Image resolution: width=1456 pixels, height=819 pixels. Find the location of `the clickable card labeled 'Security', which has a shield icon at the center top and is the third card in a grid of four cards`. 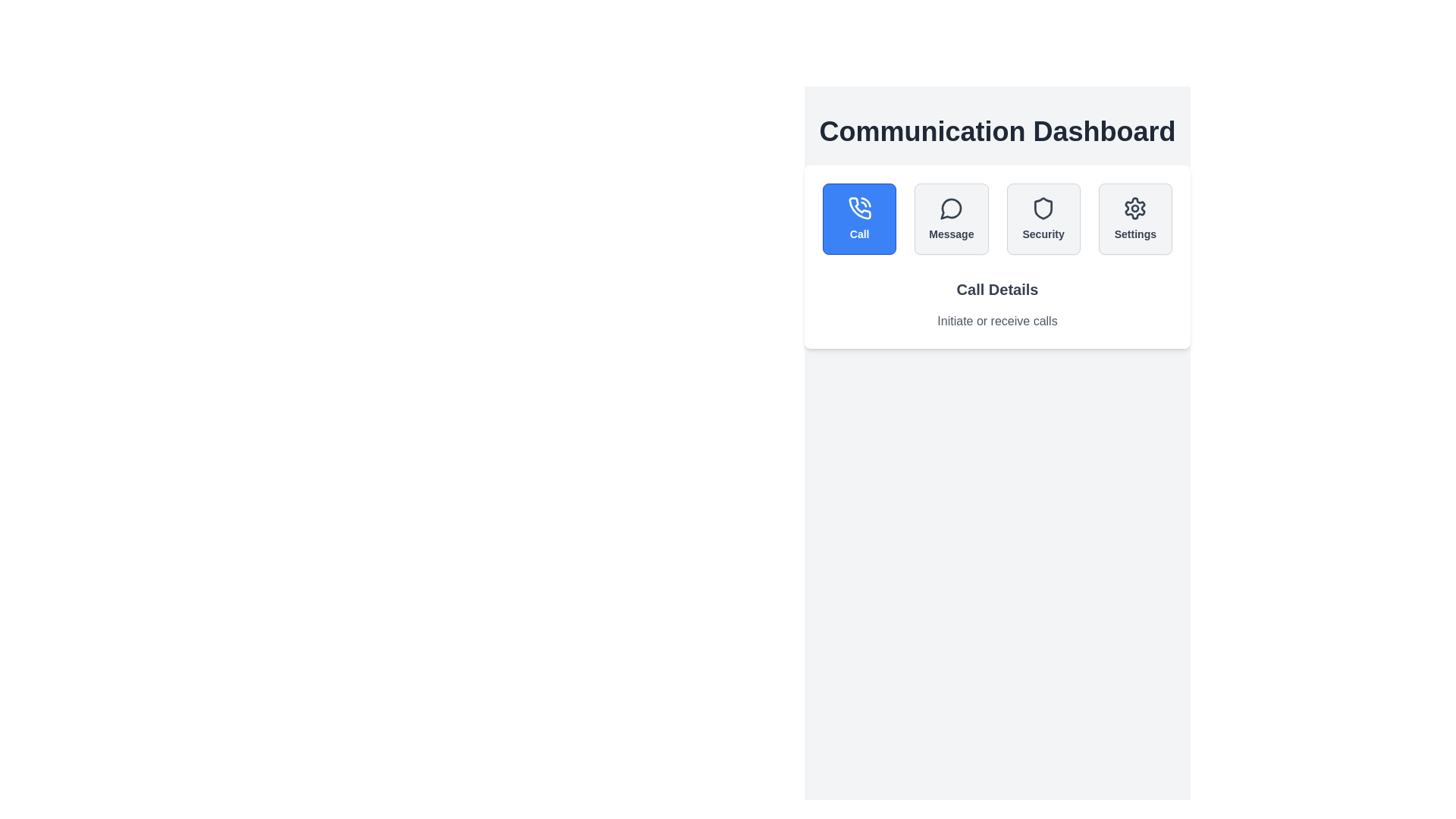

the clickable card labeled 'Security', which has a shield icon at the center top and is the third card in a grid of four cards is located at coordinates (1043, 219).